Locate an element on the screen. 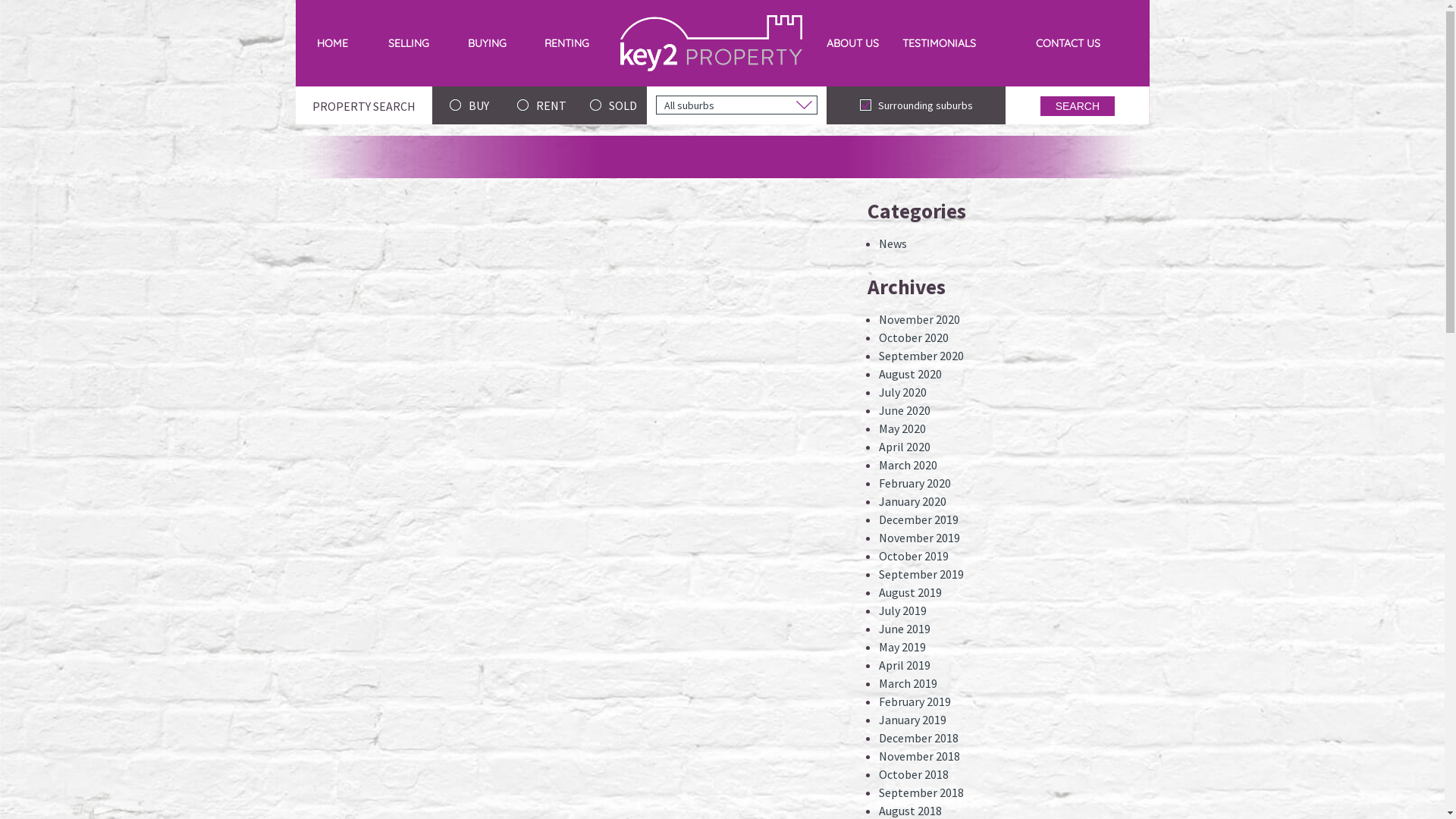 The height and width of the screenshot is (819, 1456). 'January 2019' is located at coordinates (912, 718).